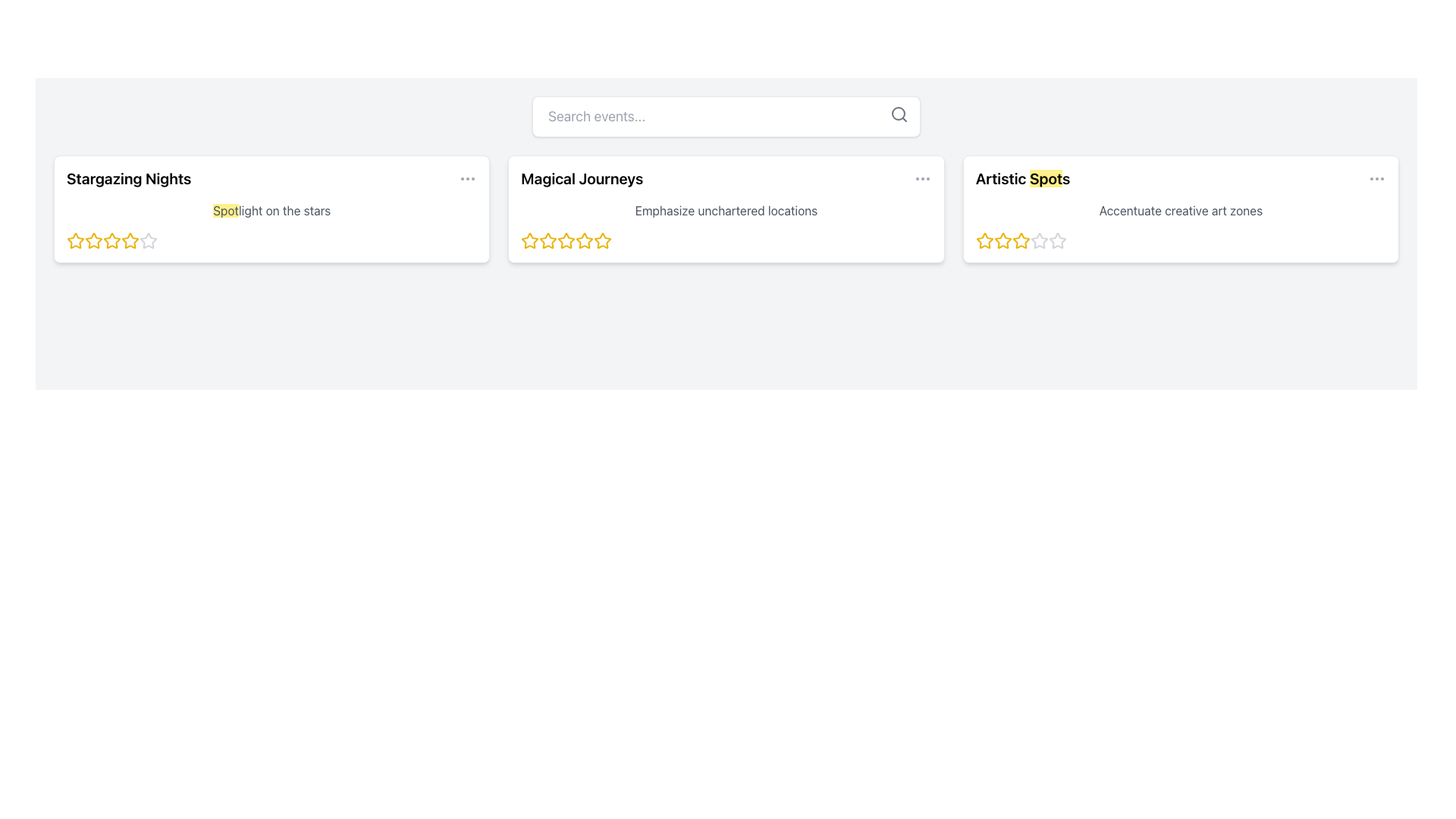 This screenshot has width=1456, height=819. What do you see at coordinates (1003, 240) in the screenshot?
I see `the second star-shaped icon with a yellow outline in the 5-star rating system located under the title 'Artistic Spots' in the card panel` at bounding box center [1003, 240].